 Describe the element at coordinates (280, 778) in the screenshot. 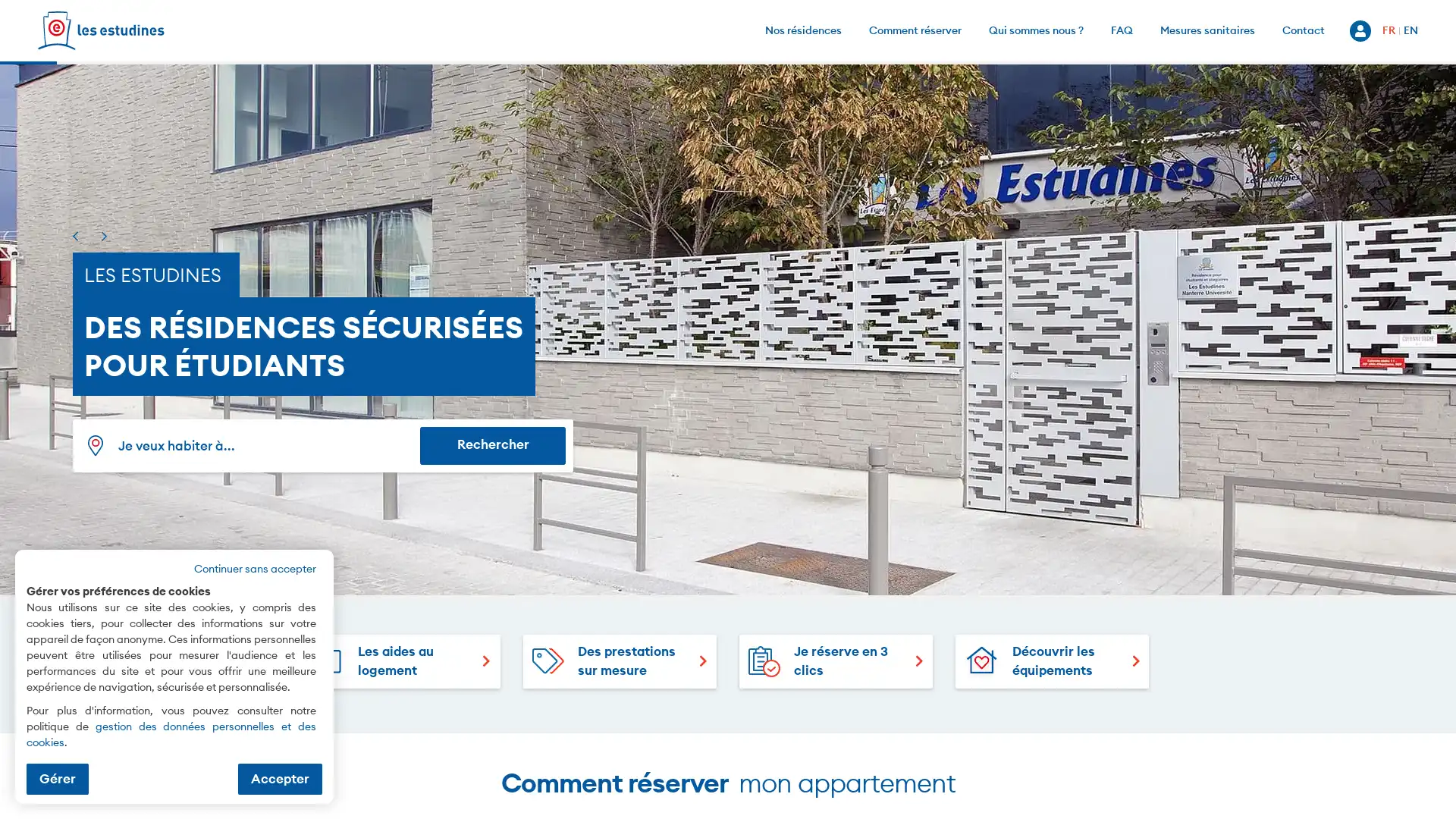

I see `Accepter` at that location.